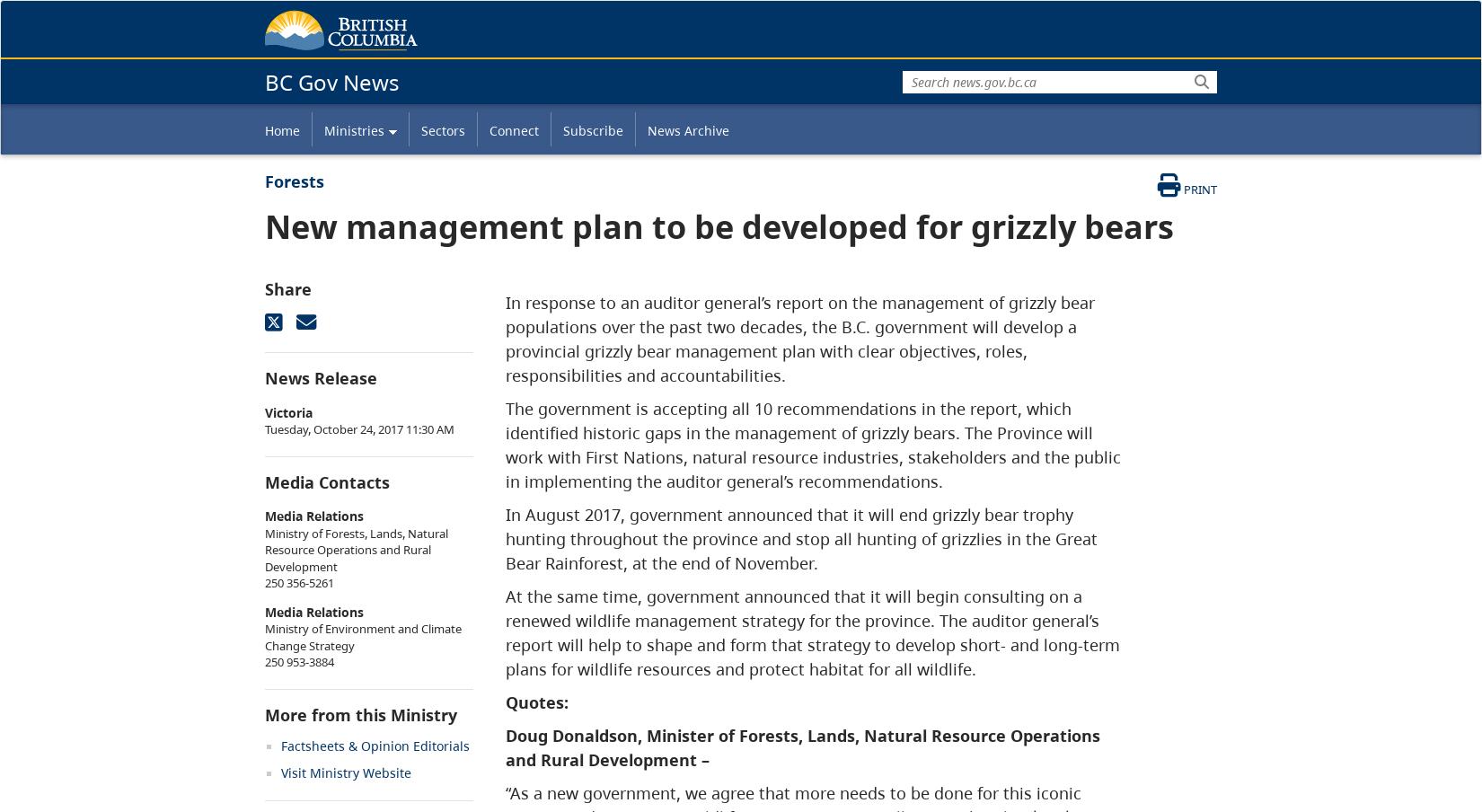 The width and height of the screenshot is (1482, 812). What do you see at coordinates (295, 181) in the screenshot?
I see `'Forests'` at bounding box center [295, 181].